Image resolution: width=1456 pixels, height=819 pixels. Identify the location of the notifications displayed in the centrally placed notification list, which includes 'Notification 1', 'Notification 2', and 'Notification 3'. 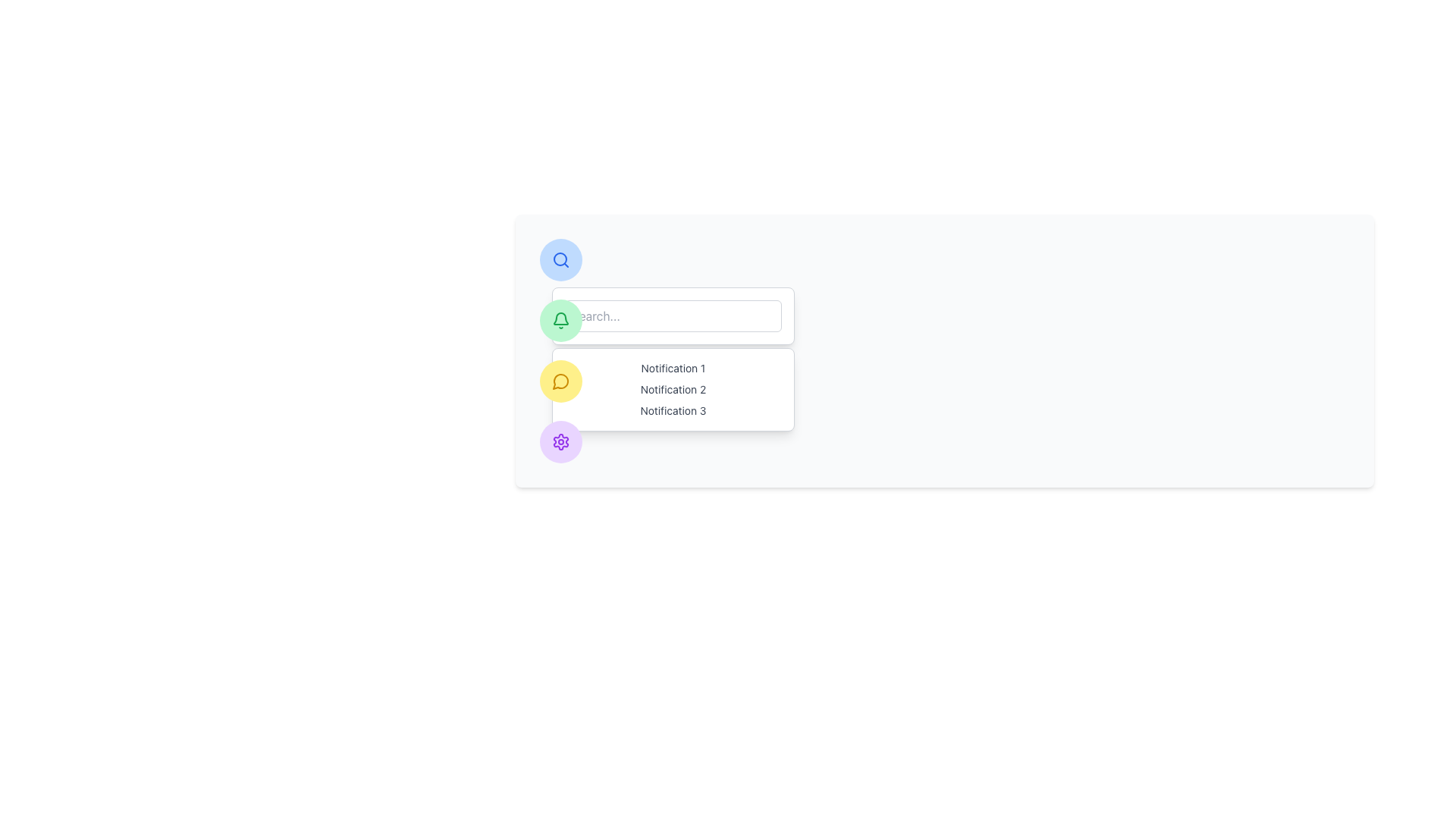
(673, 388).